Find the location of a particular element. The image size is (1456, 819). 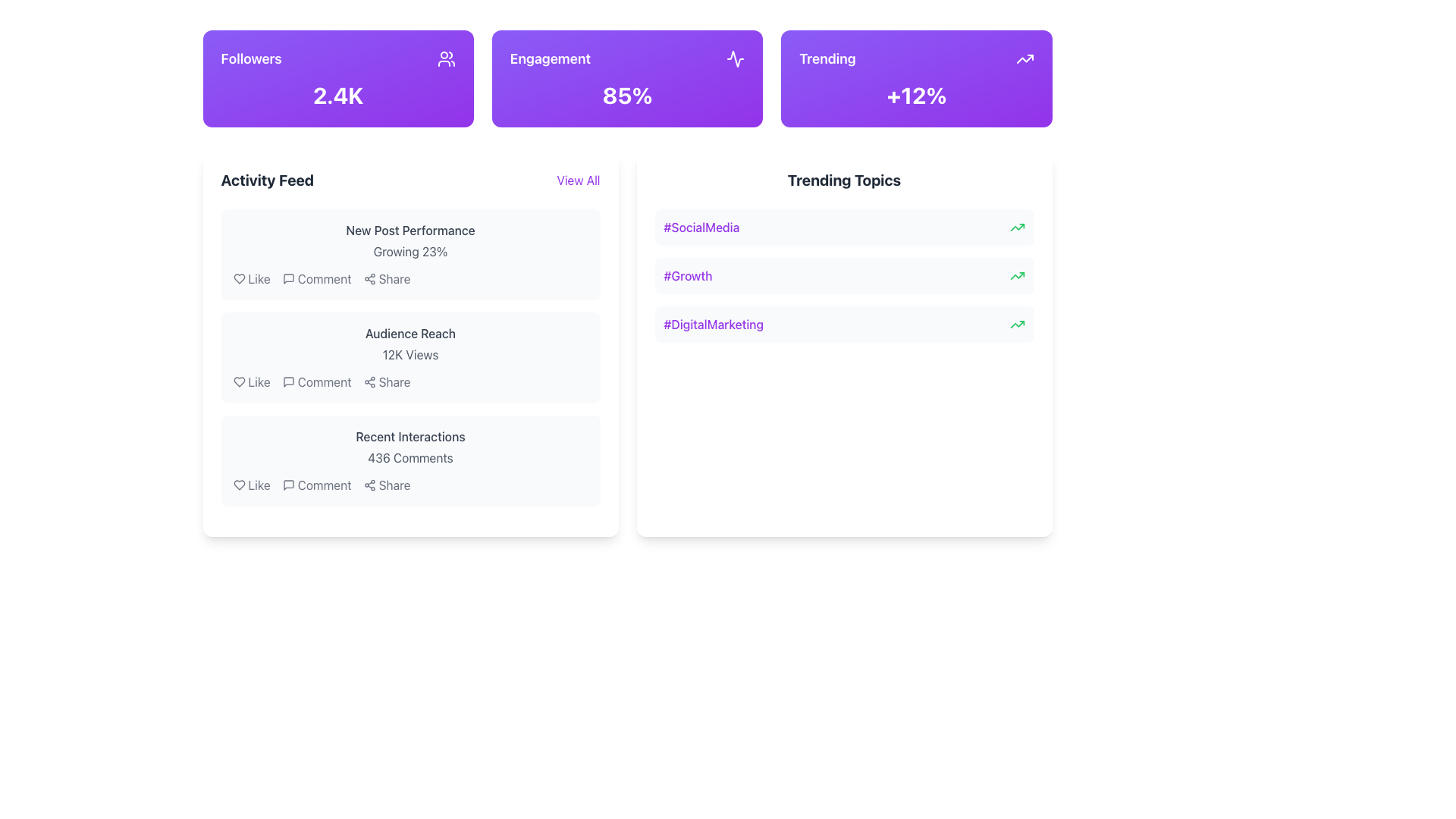

the 'Share' button, which is the third interactive option in the action bar, to change the text color from gray to purple is located at coordinates (387, 381).